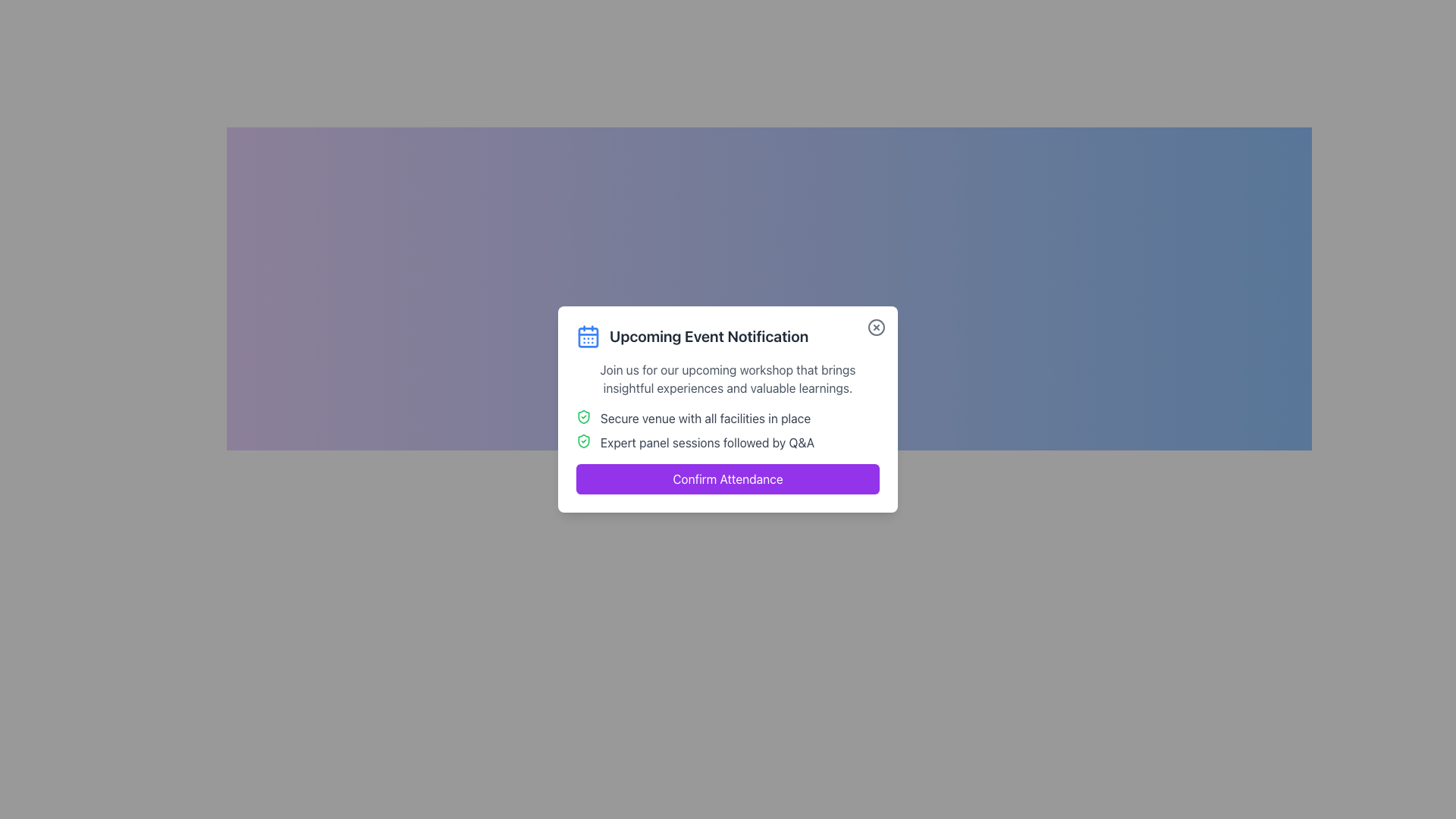 This screenshot has width=1456, height=819. What do you see at coordinates (728, 442) in the screenshot?
I see `the static informational text about the event benefits, which is the second item in a vertical list within the notification card, located below the text 'Secure venue with all facilities in place' and above the confirmation button` at bounding box center [728, 442].